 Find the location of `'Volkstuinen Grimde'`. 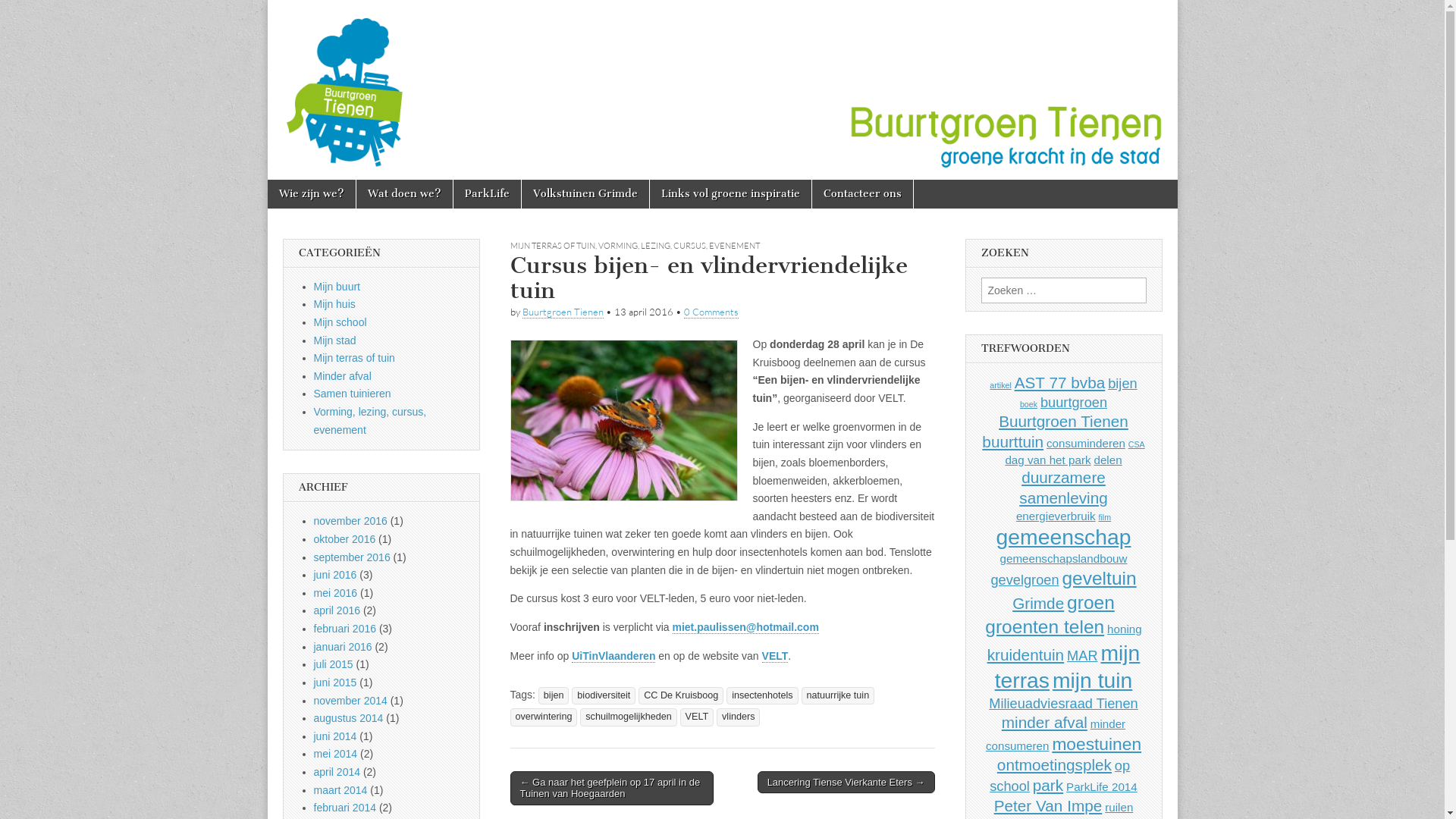

'Volkstuinen Grimde' is located at coordinates (585, 193).